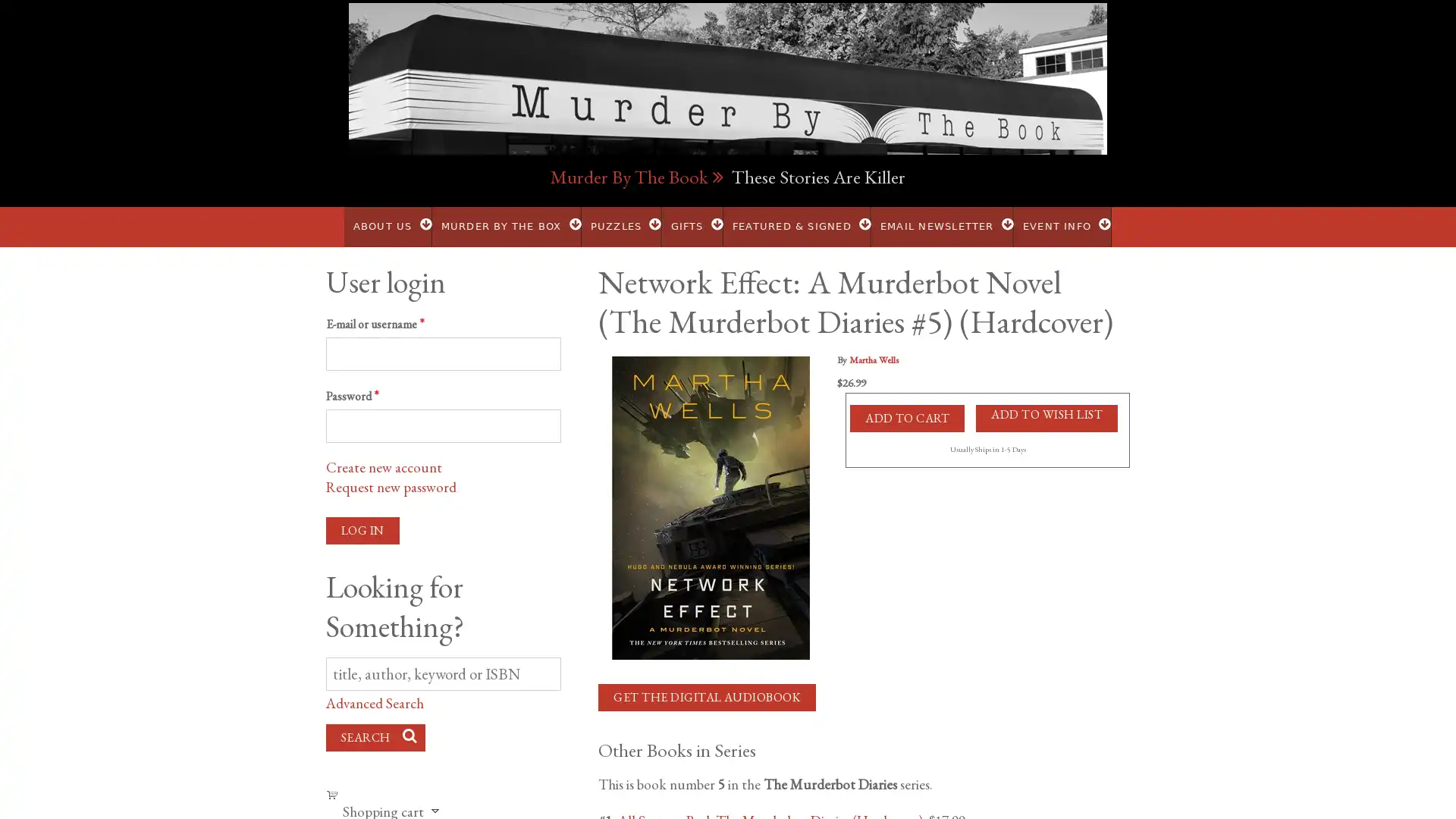 The height and width of the screenshot is (819, 1456). Describe the element at coordinates (706, 727) in the screenshot. I see `Get the Digital Audiobook` at that location.